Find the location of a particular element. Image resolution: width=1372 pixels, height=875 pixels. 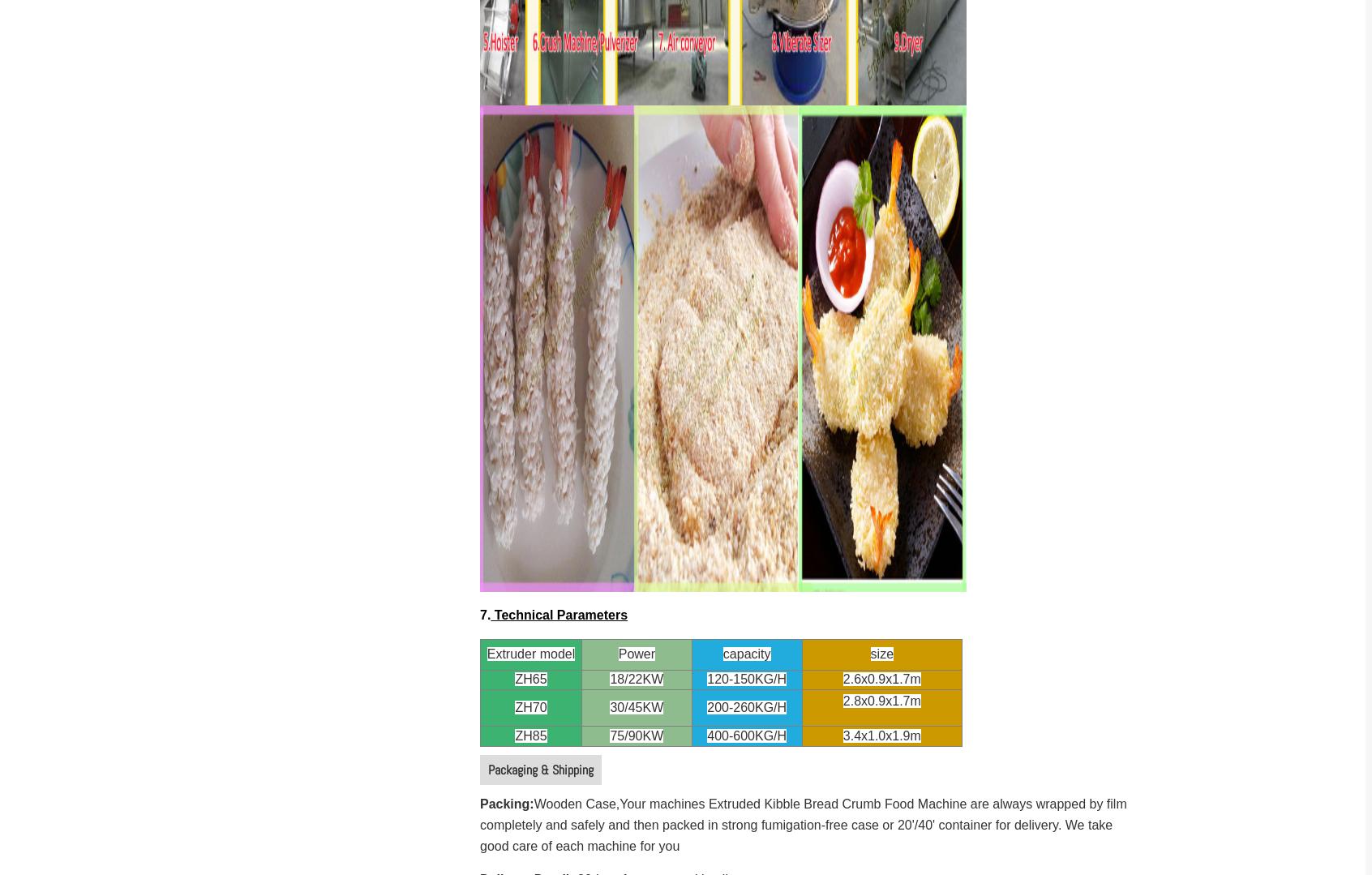

'ZH70' is located at coordinates (514, 707).